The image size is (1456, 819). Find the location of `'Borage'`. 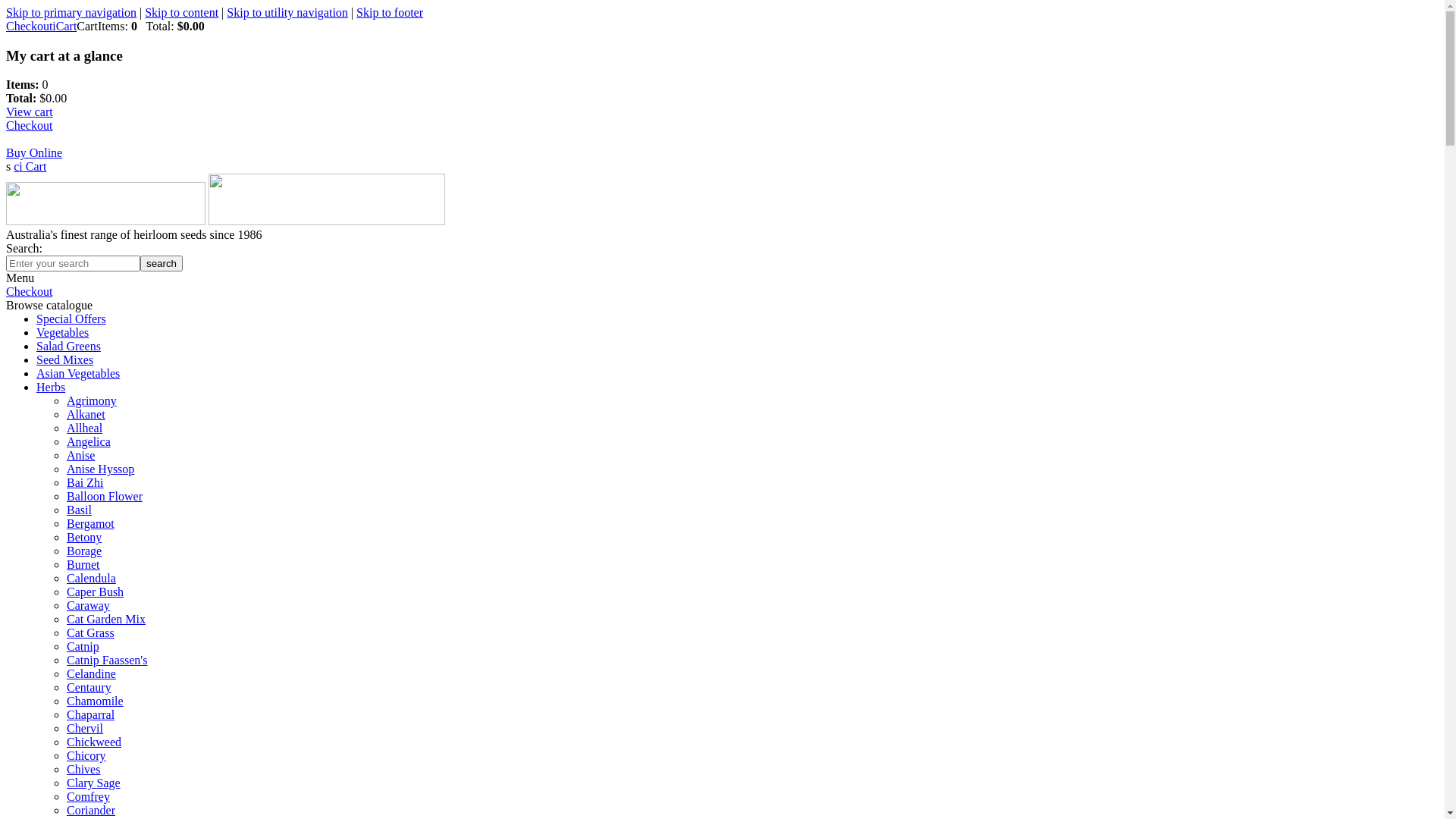

'Borage' is located at coordinates (83, 551).